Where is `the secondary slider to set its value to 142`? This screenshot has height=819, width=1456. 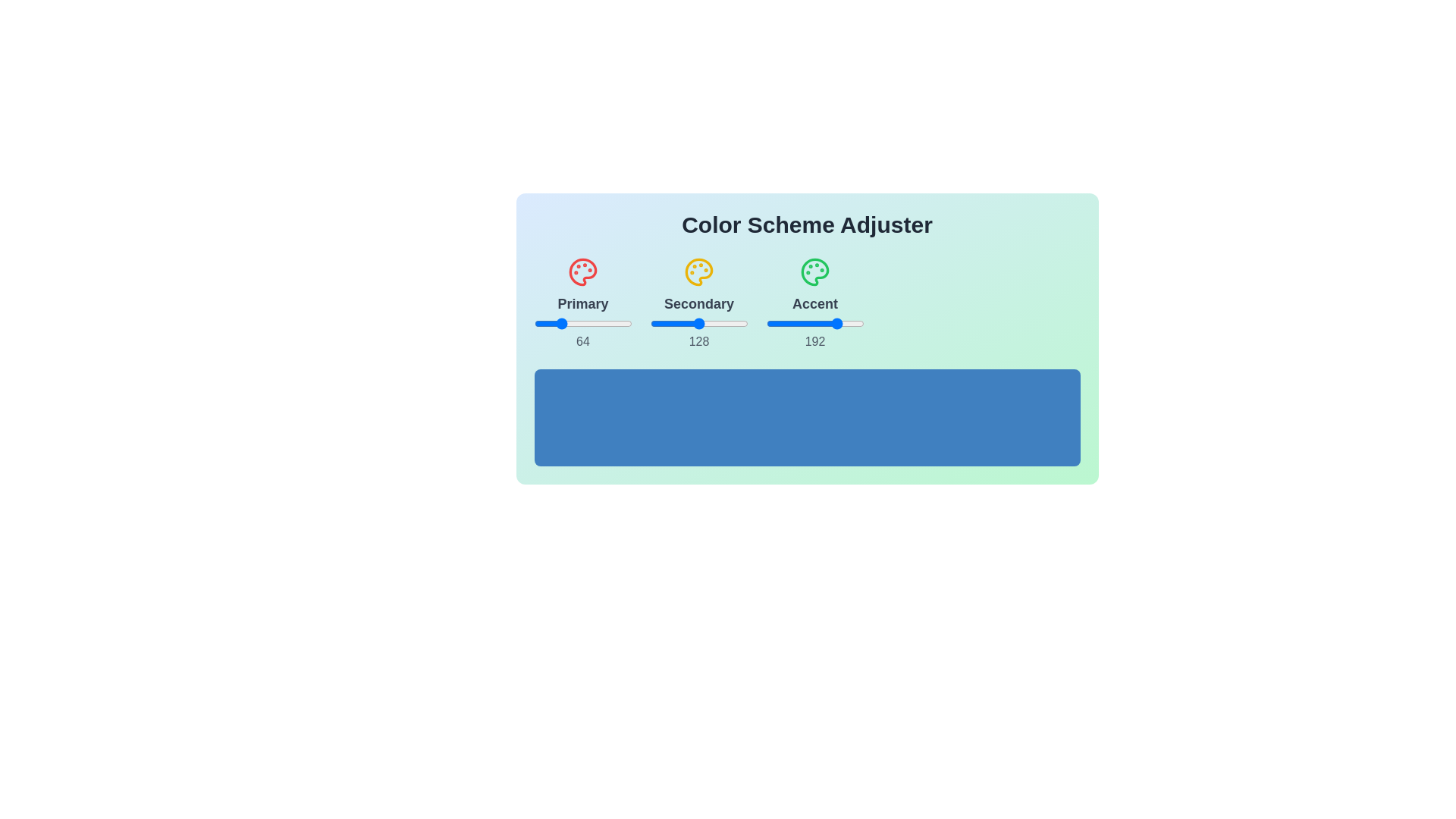 the secondary slider to set its value to 142 is located at coordinates (704, 323).